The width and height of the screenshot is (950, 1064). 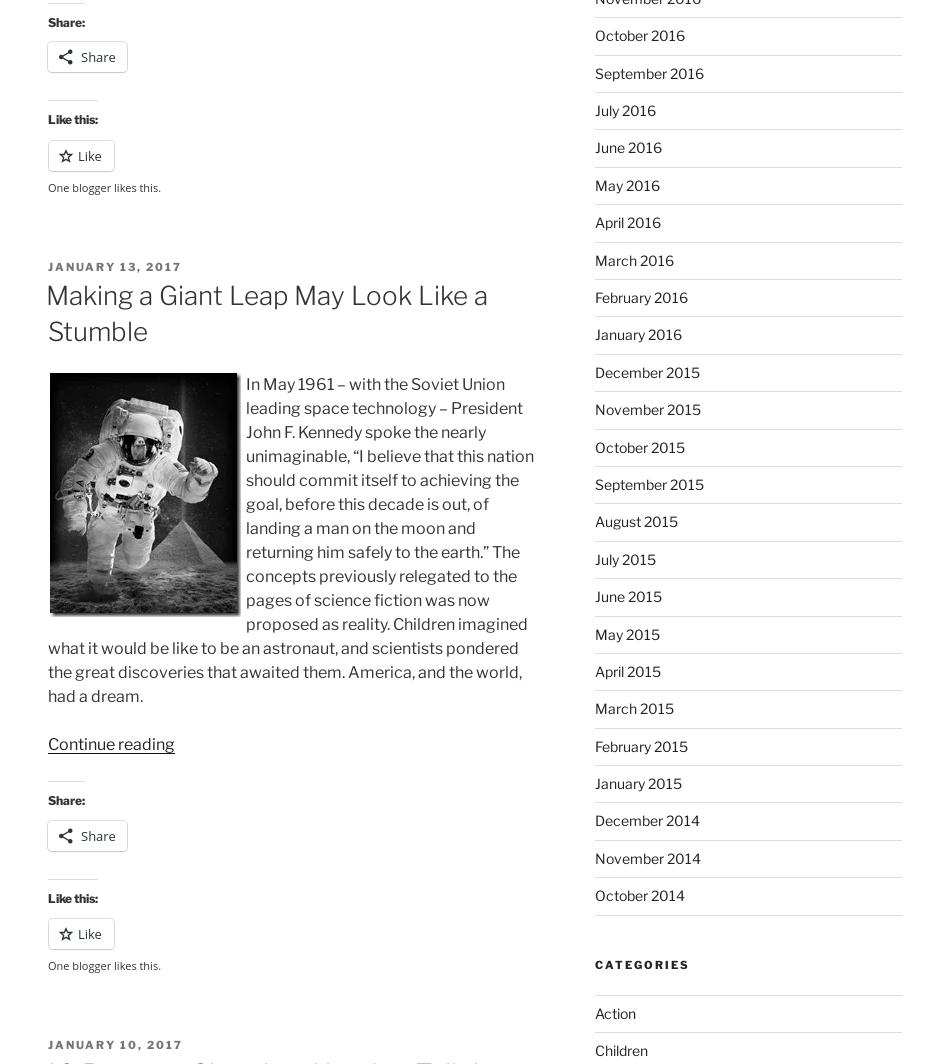 I want to click on 'August 2015', so click(x=635, y=521).